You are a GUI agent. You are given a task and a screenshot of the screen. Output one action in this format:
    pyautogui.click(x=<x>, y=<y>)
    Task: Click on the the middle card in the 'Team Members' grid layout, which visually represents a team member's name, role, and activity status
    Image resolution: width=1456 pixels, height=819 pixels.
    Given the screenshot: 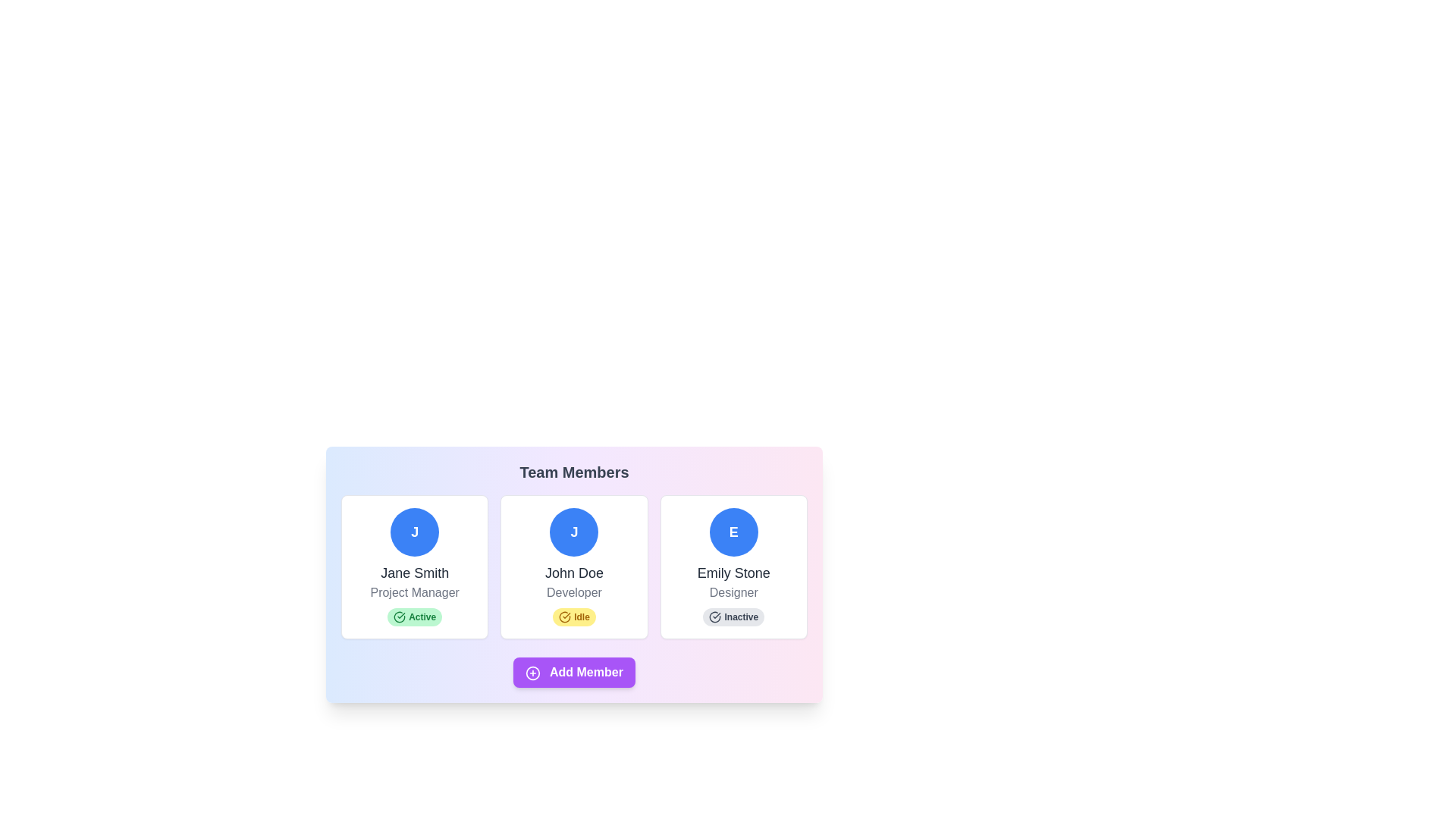 What is the action you would take?
    pyautogui.click(x=573, y=567)
    